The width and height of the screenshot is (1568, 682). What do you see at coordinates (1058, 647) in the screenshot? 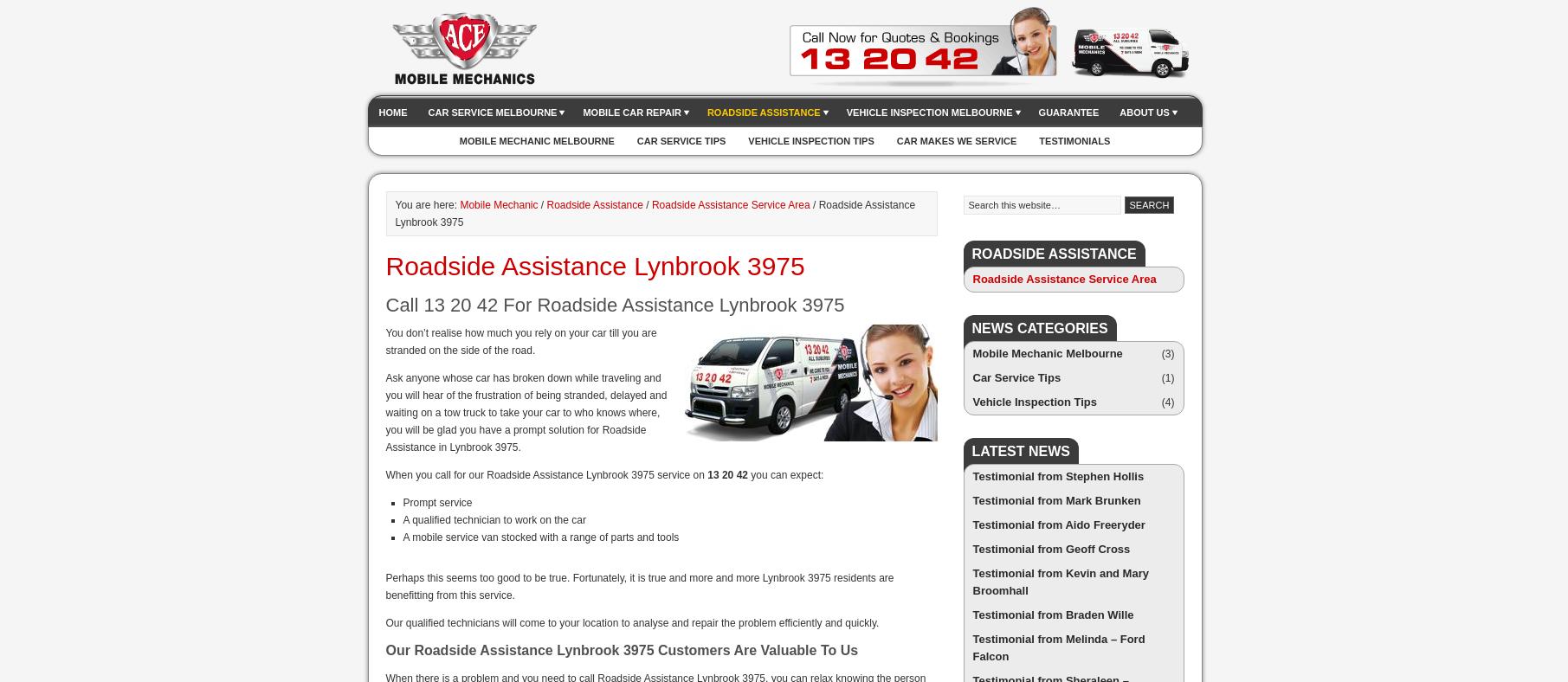
I see `'Testimonial from Melinda – Ford Falcon'` at bounding box center [1058, 647].